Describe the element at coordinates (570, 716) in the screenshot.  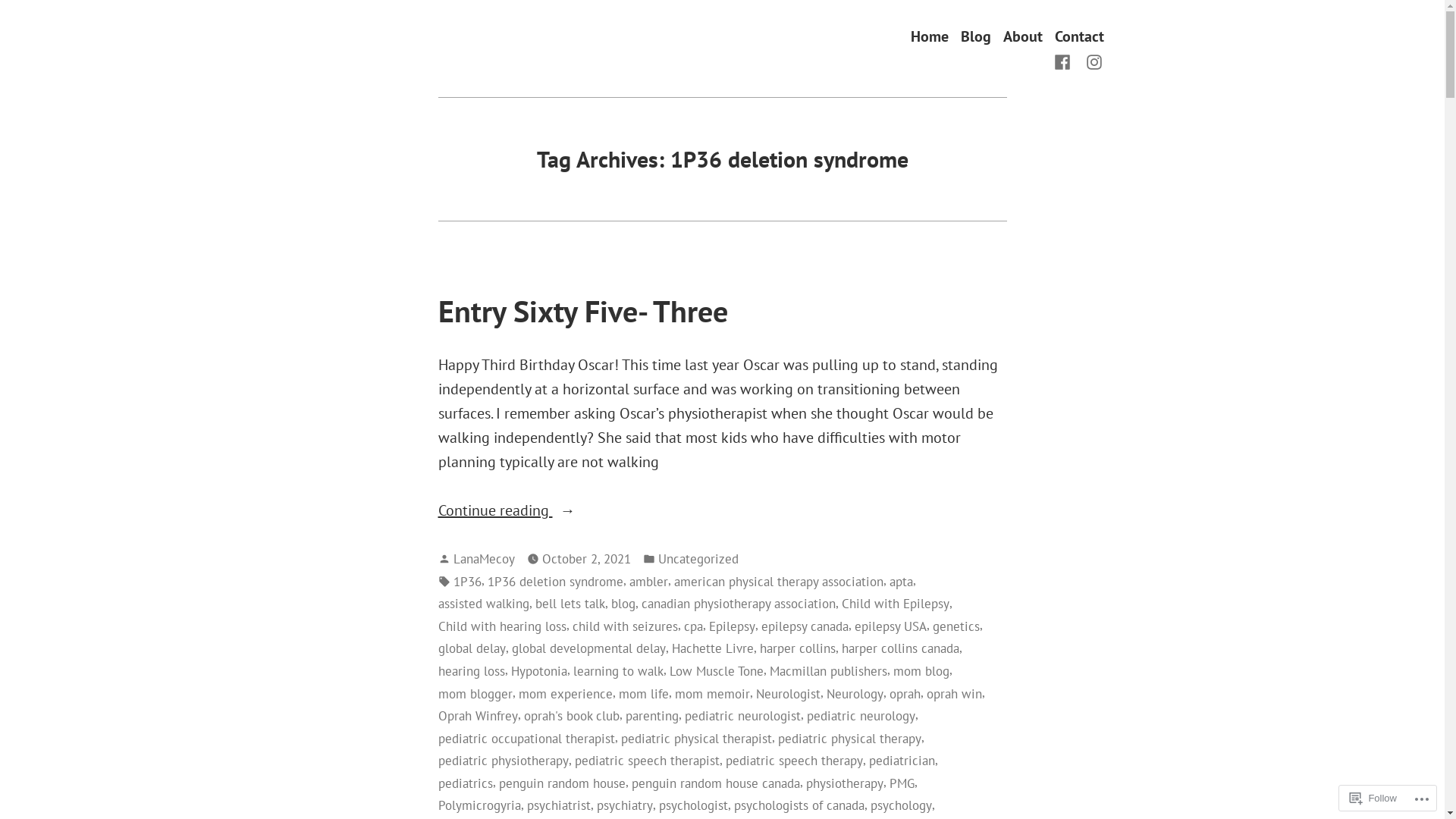
I see `'oprah's book club'` at that location.